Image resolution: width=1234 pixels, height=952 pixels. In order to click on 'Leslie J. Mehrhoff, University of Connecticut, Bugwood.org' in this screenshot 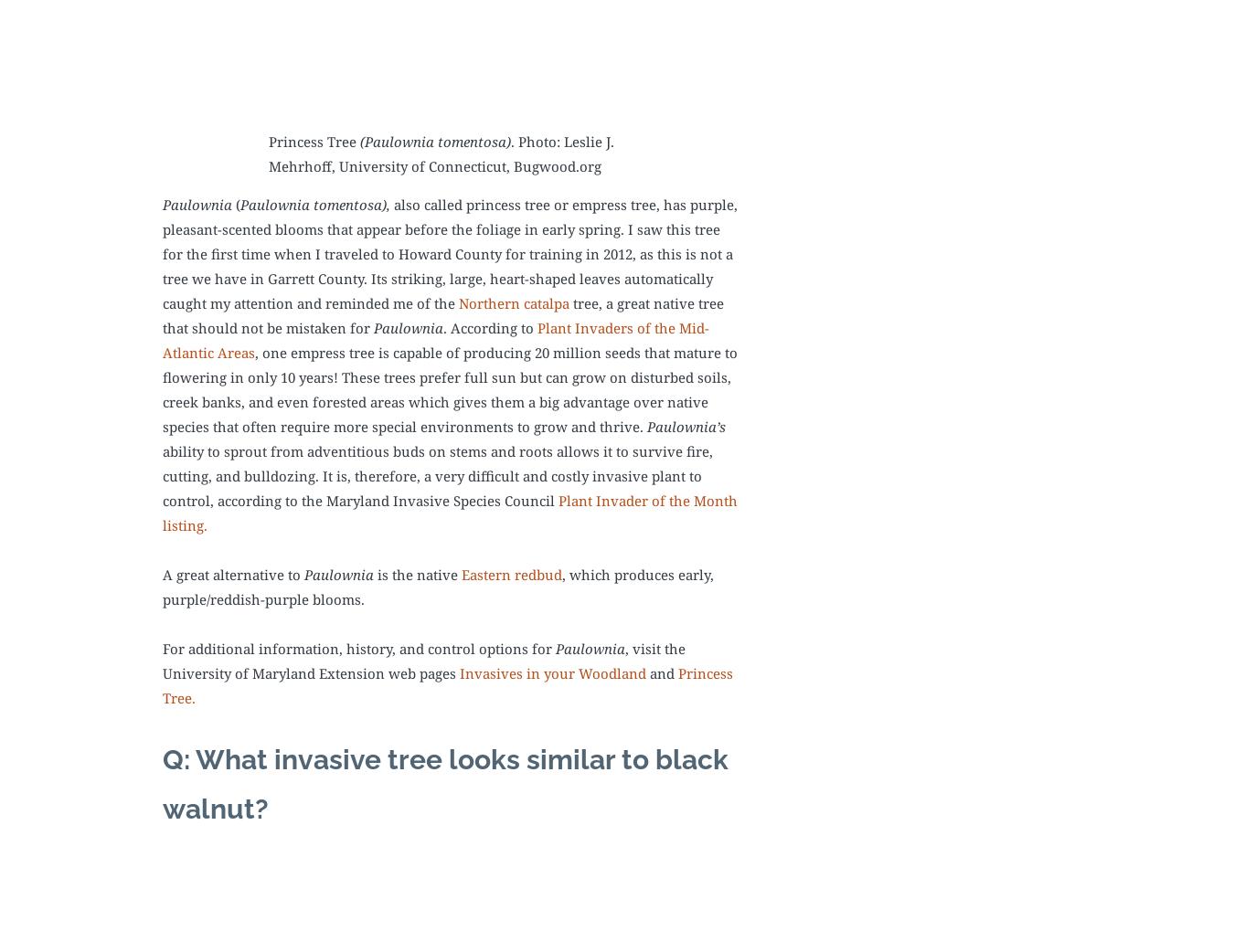, I will do `click(266, 153)`.